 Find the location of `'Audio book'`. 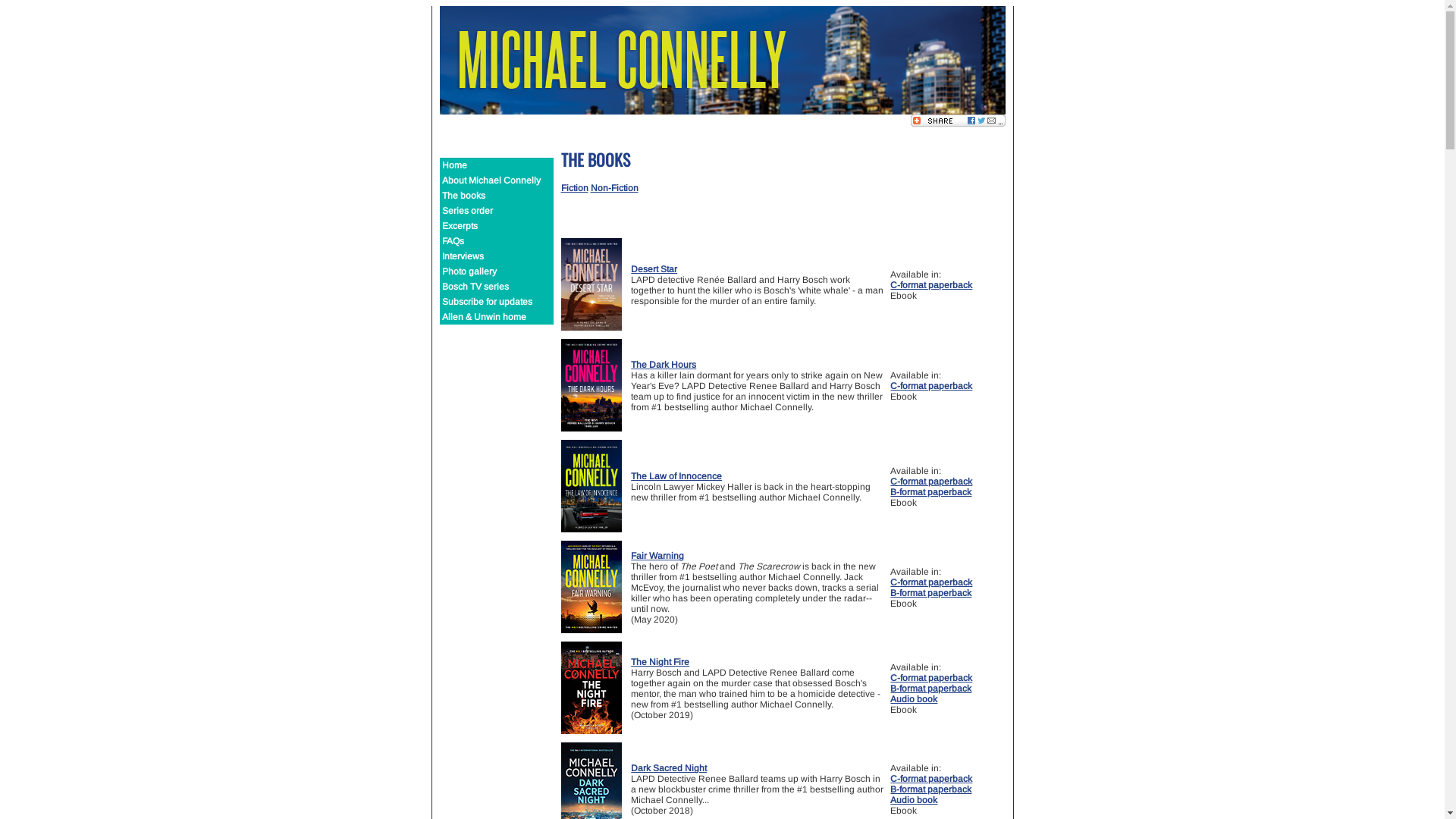

'Audio book' is located at coordinates (912, 698).